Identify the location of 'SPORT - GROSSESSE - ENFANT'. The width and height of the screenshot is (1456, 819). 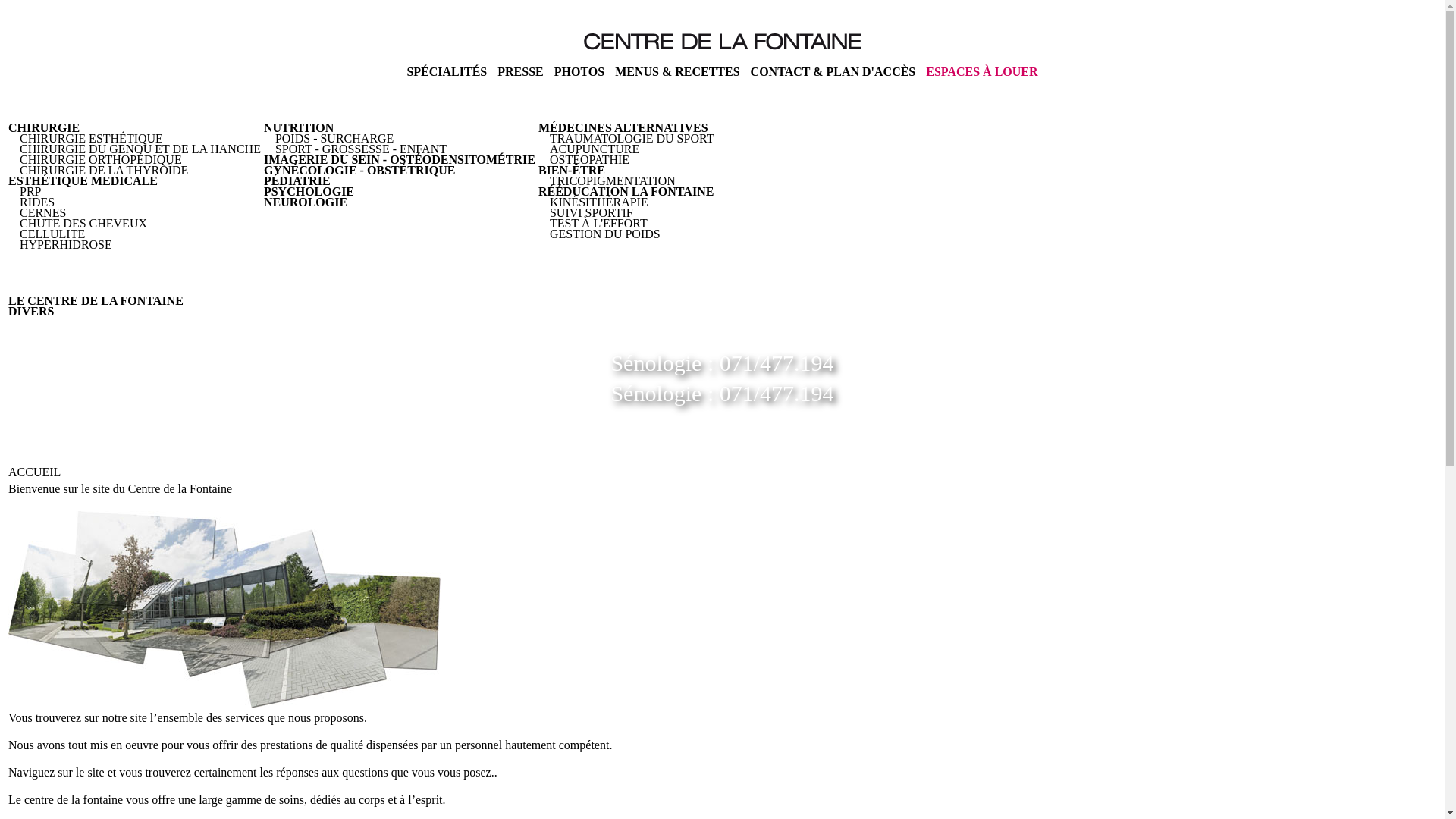
(275, 149).